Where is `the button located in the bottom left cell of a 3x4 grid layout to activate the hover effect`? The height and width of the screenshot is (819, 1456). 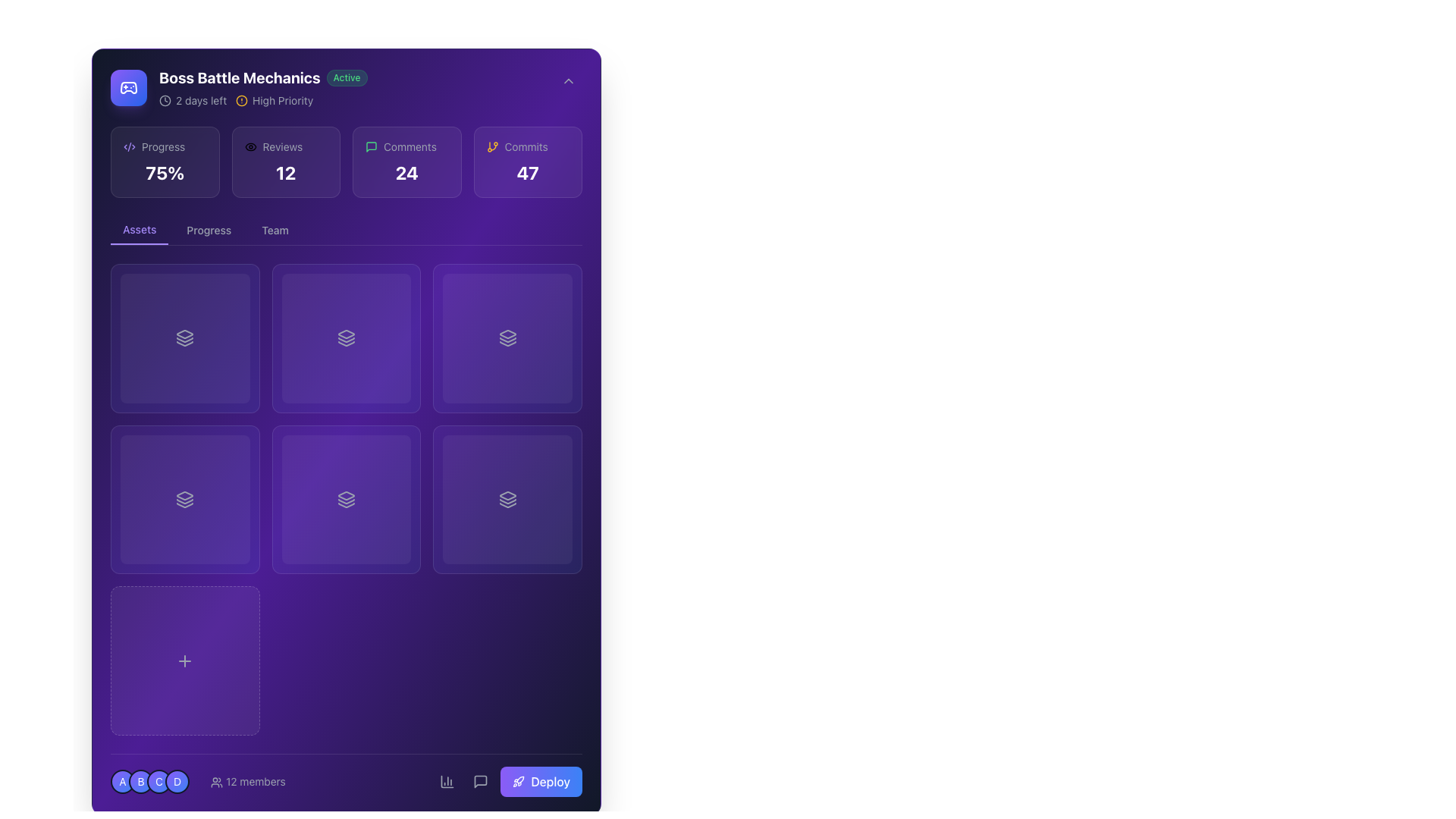 the button located in the bottom left cell of a 3x4 grid layout to activate the hover effect is located at coordinates (184, 660).